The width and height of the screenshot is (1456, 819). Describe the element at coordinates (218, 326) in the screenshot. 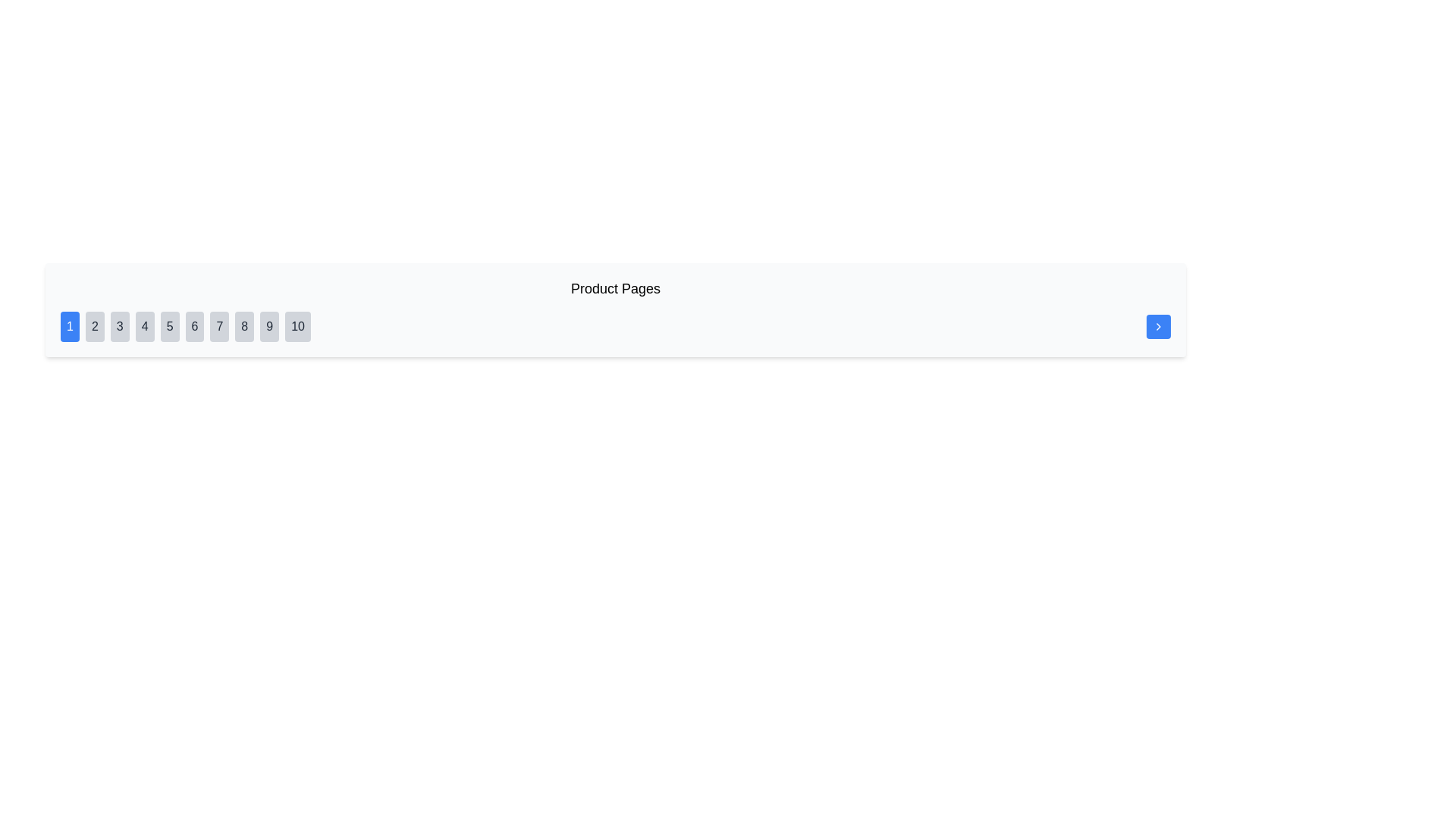

I see `the button labeled '7', which is the seventh button in a sequence of ten horizontally aligned buttons` at that location.